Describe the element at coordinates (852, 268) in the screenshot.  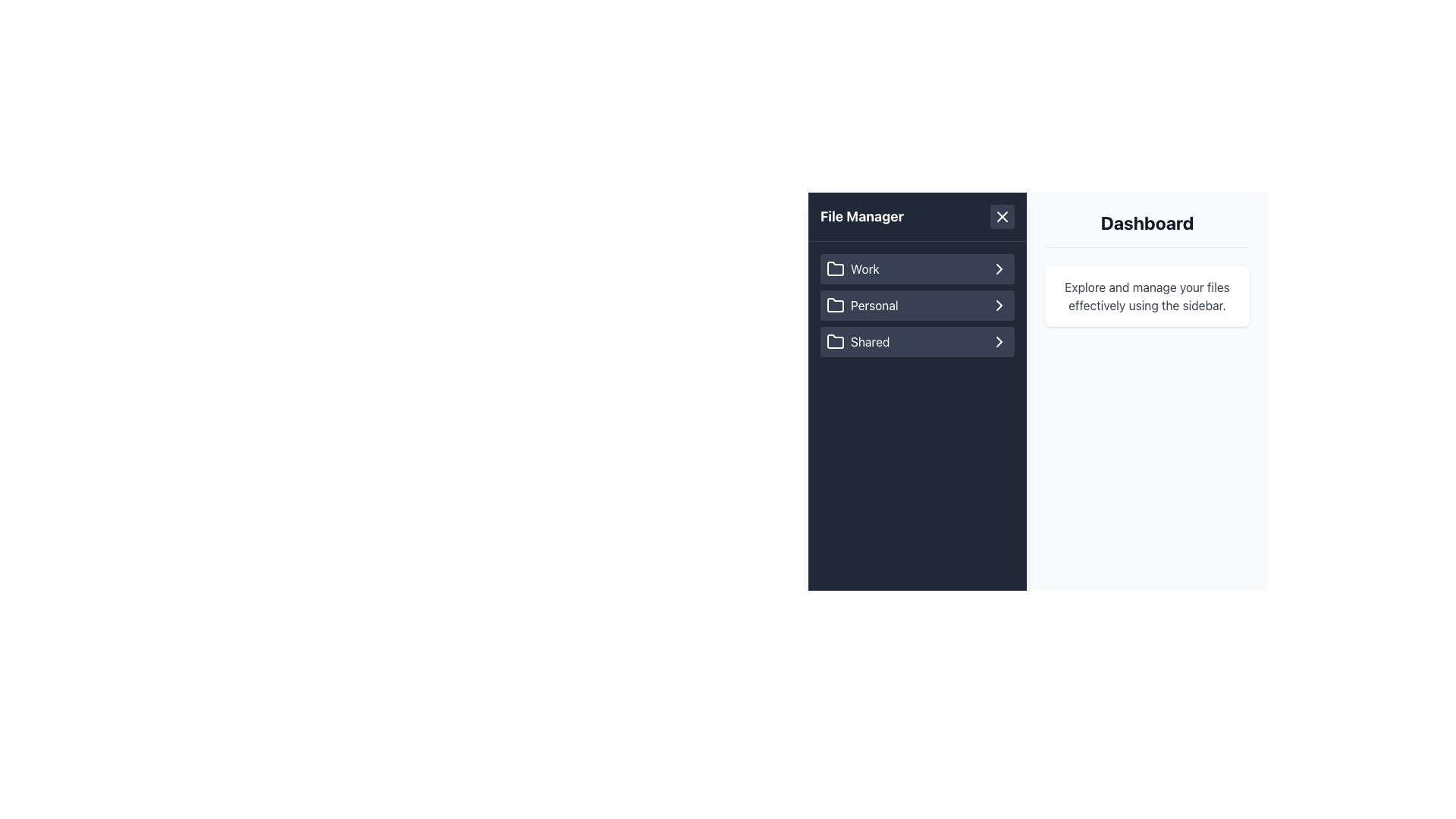
I see `the 'Work' label with folder icon located in the vertical list under the 'File Manager' header` at that location.